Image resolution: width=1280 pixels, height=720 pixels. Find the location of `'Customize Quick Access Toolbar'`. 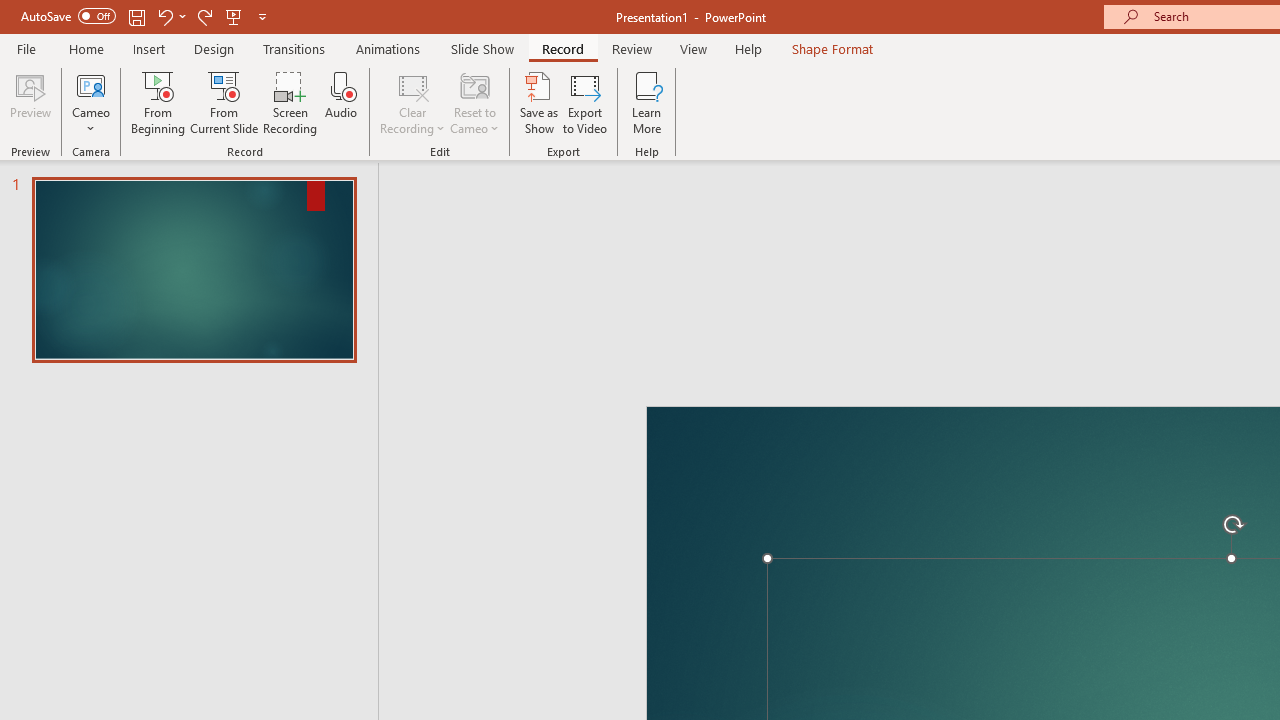

'Customize Quick Access Toolbar' is located at coordinates (262, 16).